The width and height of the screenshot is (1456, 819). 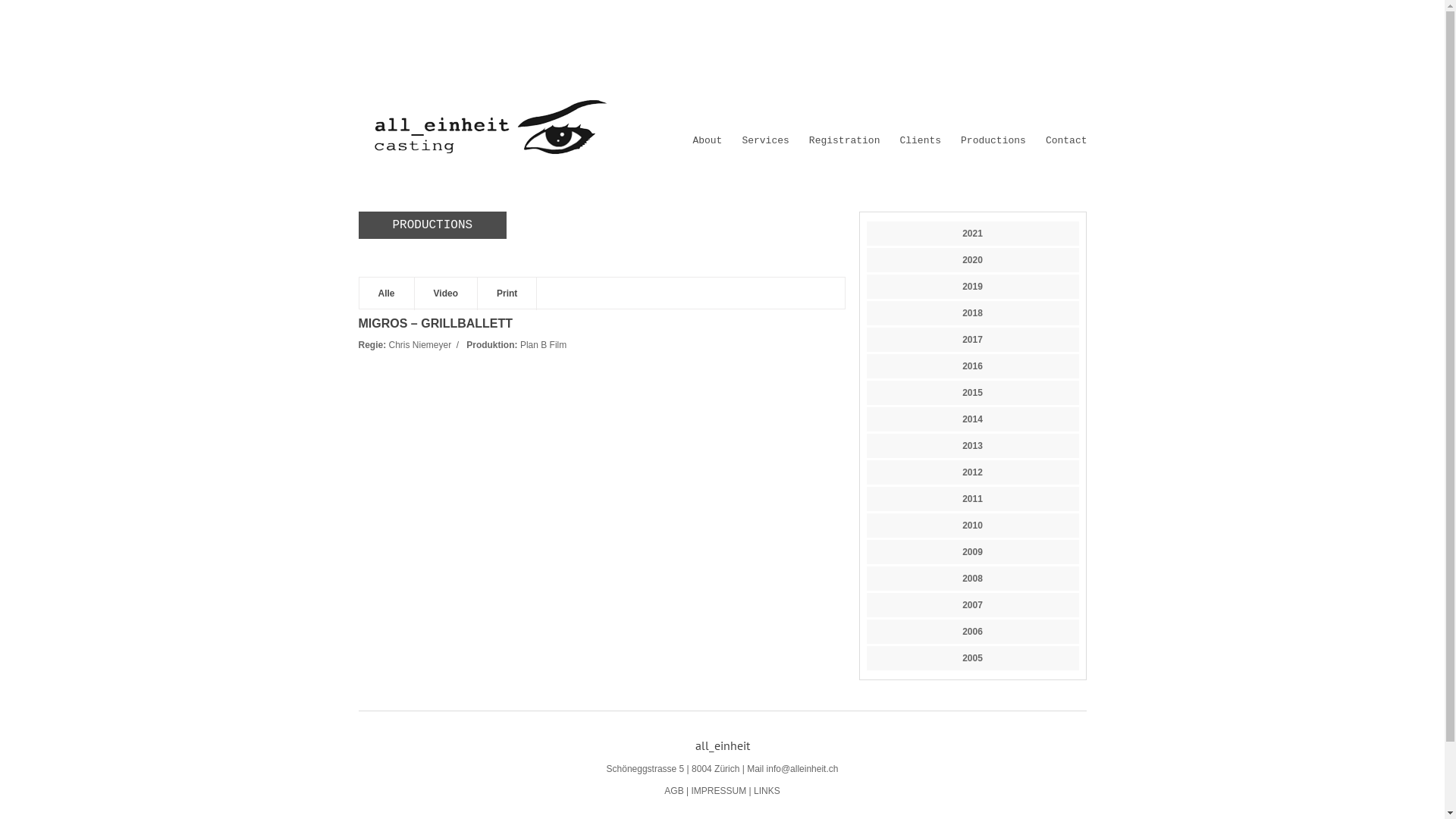 I want to click on '2012', so click(x=972, y=472).